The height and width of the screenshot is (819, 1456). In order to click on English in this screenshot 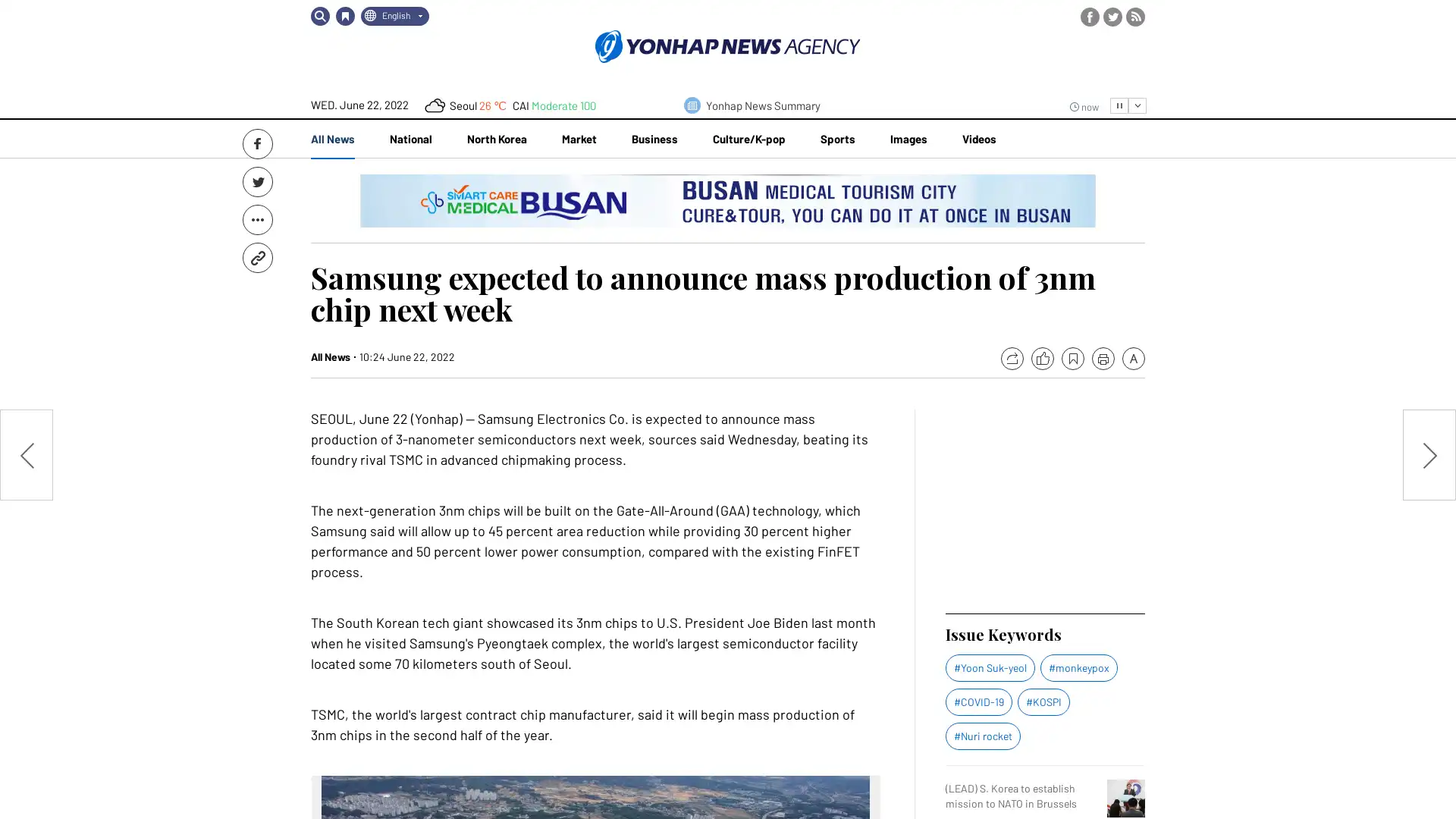, I will do `click(395, 16)`.